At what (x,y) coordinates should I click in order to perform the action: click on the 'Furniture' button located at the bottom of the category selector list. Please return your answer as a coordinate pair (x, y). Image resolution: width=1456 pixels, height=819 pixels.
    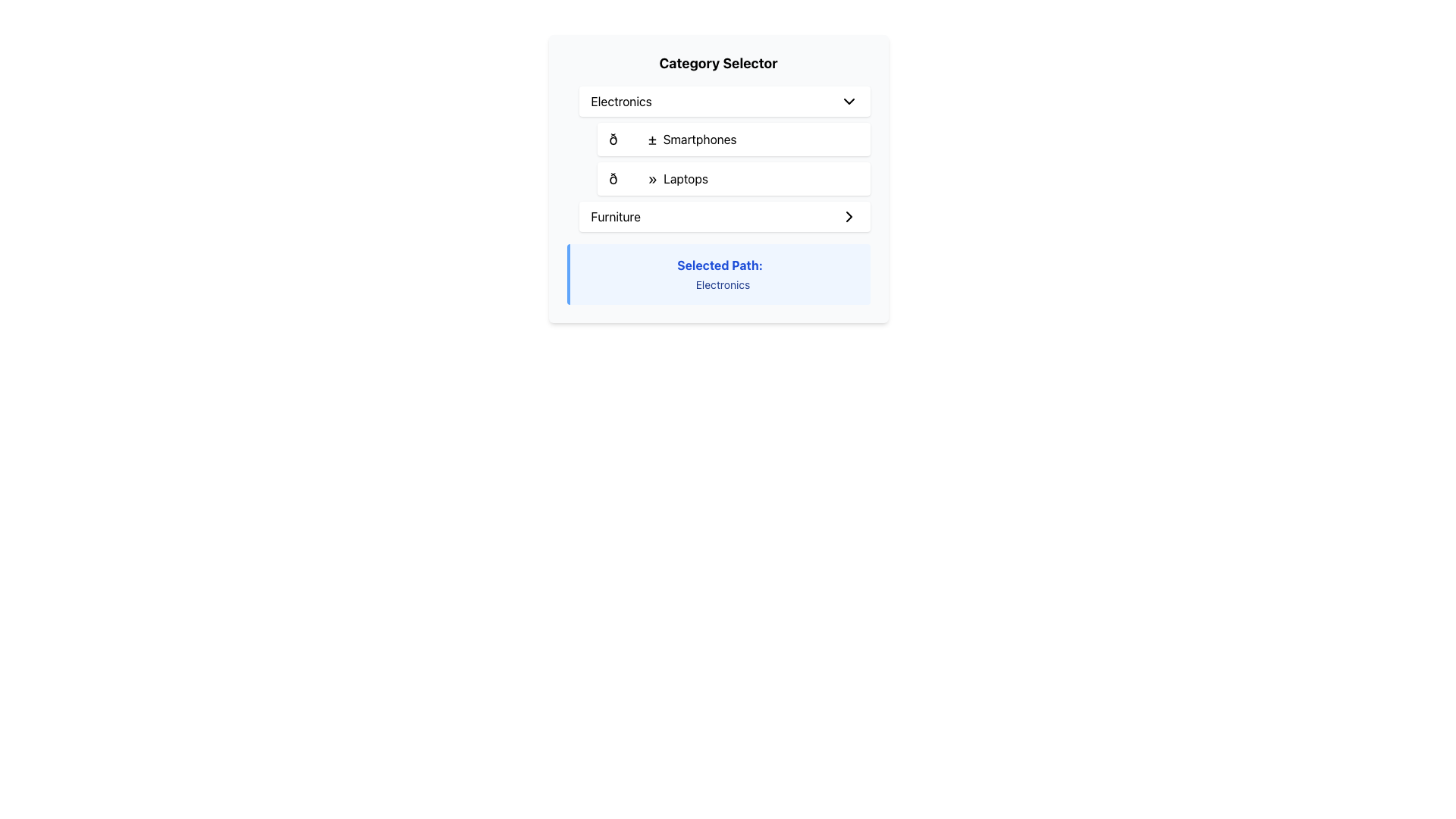
    Looking at the image, I should click on (723, 216).